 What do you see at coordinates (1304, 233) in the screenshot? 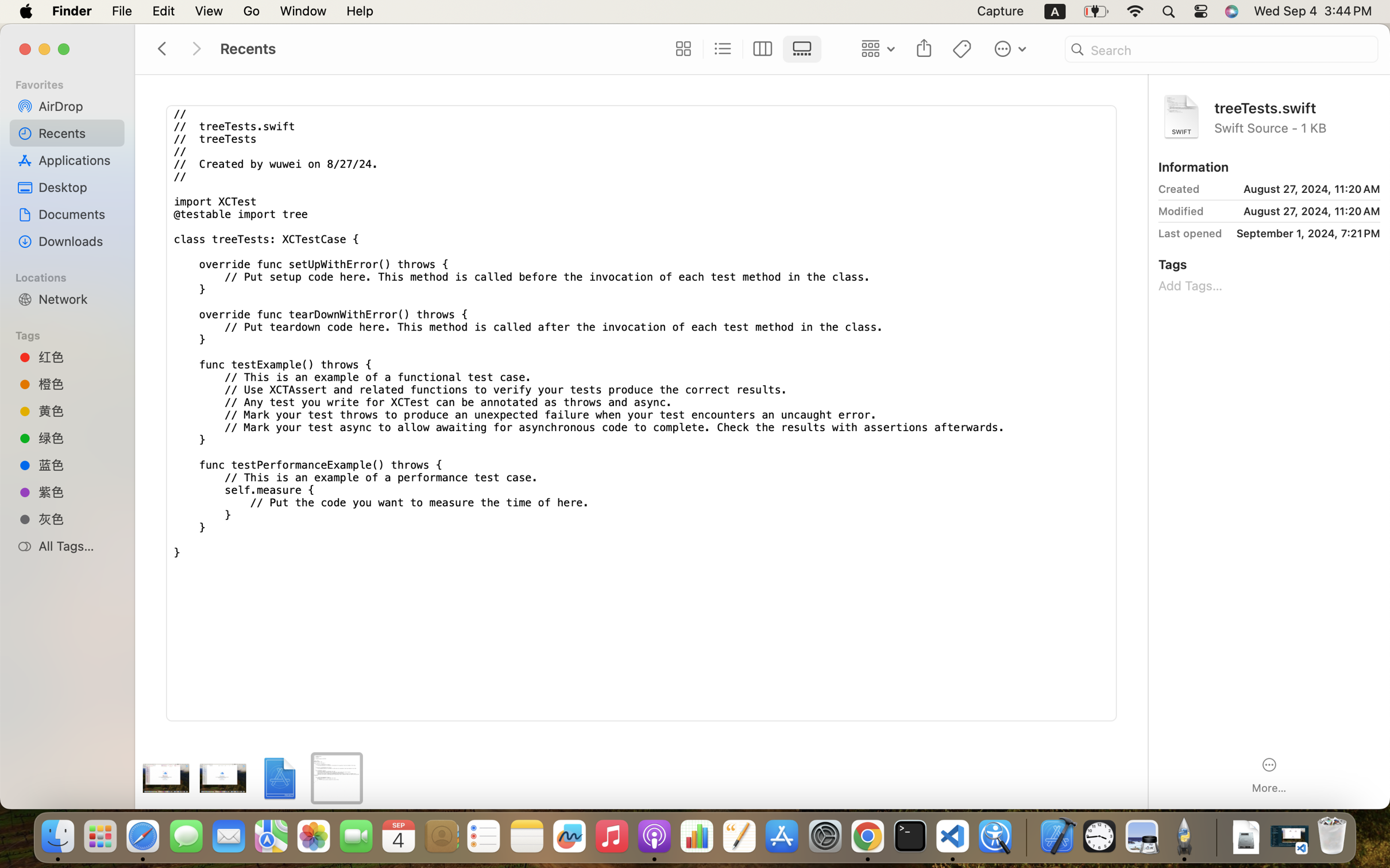
I see `'September 1, 2024, 7:21 PM'` at bounding box center [1304, 233].